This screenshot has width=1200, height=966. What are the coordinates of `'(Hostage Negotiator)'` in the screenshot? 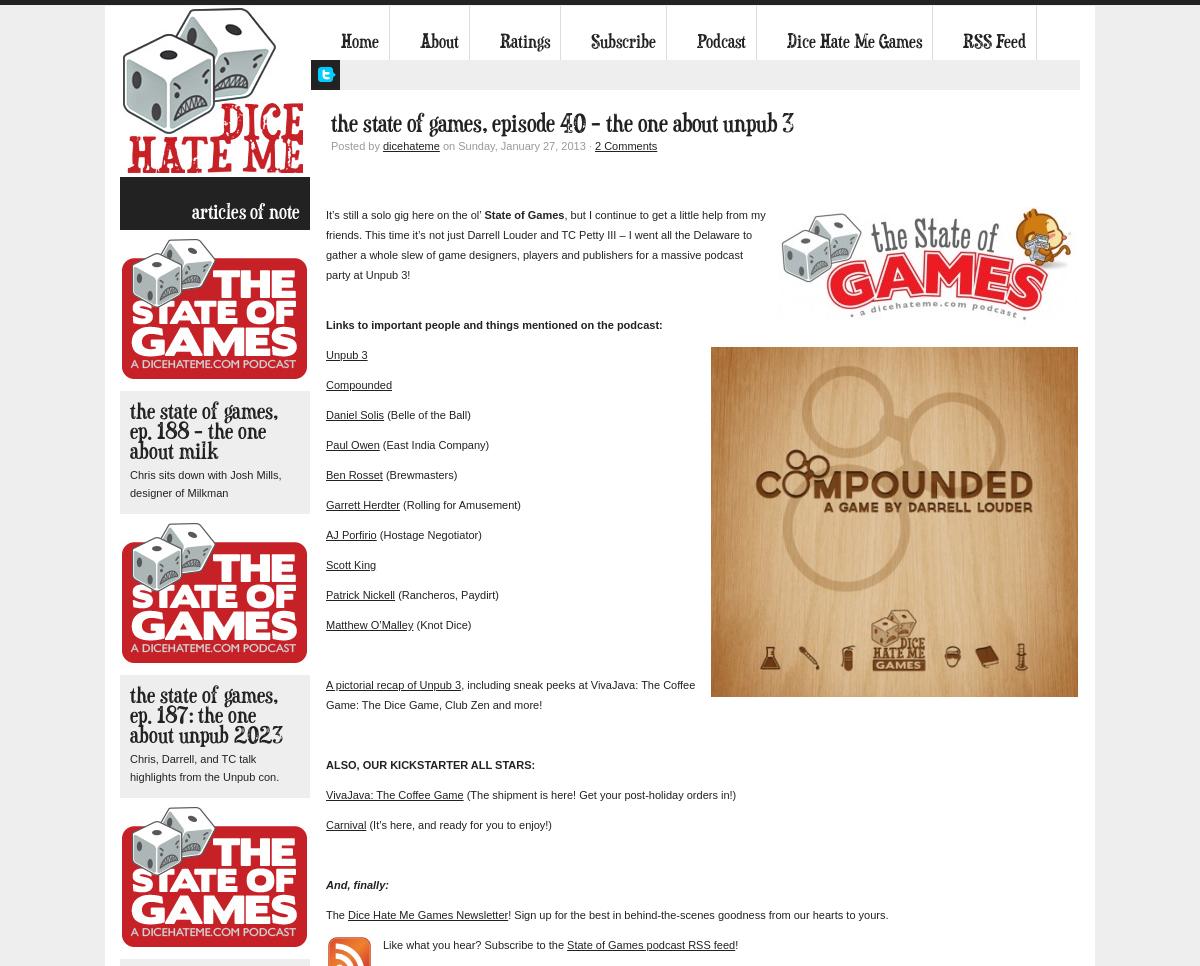 It's located at (428, 534).